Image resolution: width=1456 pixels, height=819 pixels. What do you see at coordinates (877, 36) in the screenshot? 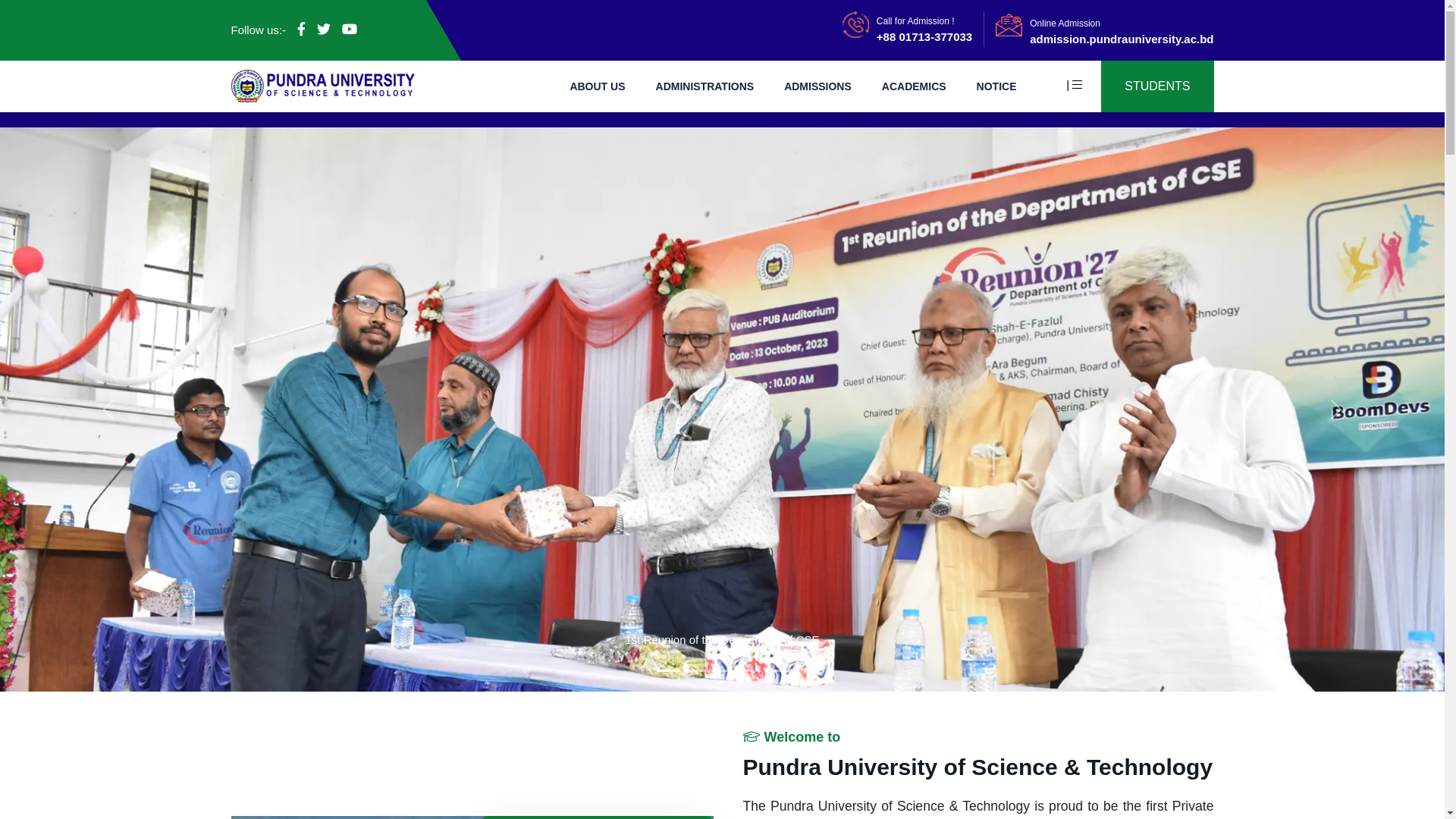
I see `'+88 01713-377033'` at bounding box center [877, 36].